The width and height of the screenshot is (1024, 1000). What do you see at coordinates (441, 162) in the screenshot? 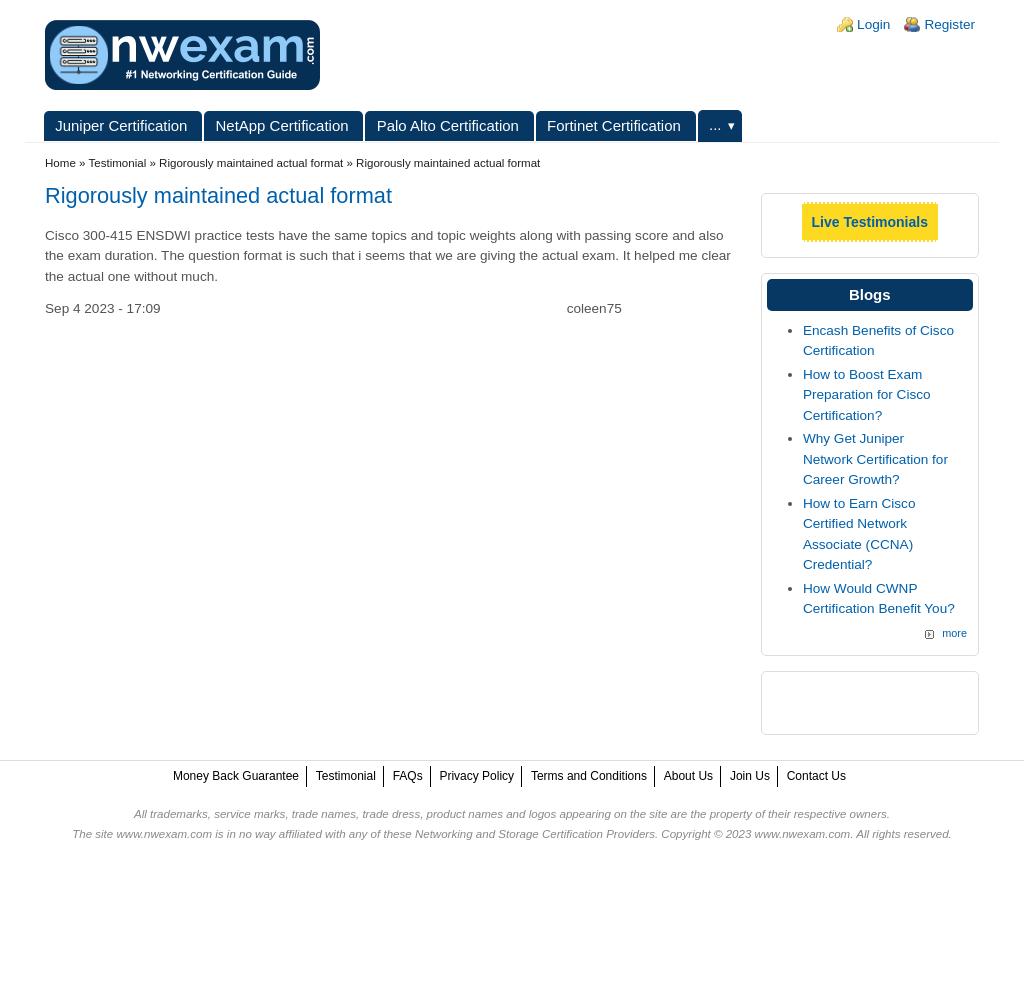
I see `'» Rigorously maintained actual format'` at bounding box center [441, 162].